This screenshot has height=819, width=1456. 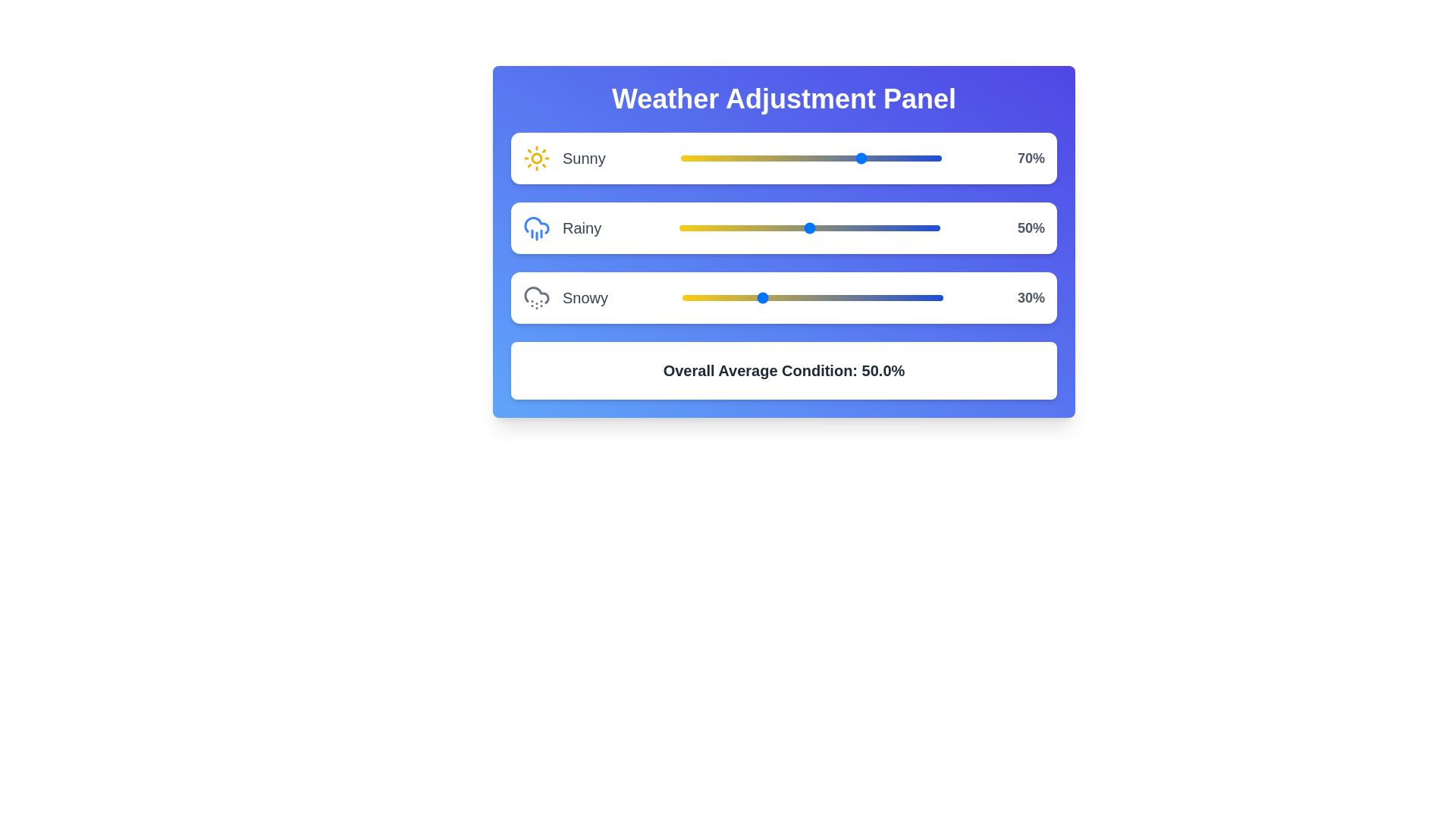 What do you see at coordinates (929, 298) in the screenshot?
I see `the value of the slider` at bounding box center [929, 298].